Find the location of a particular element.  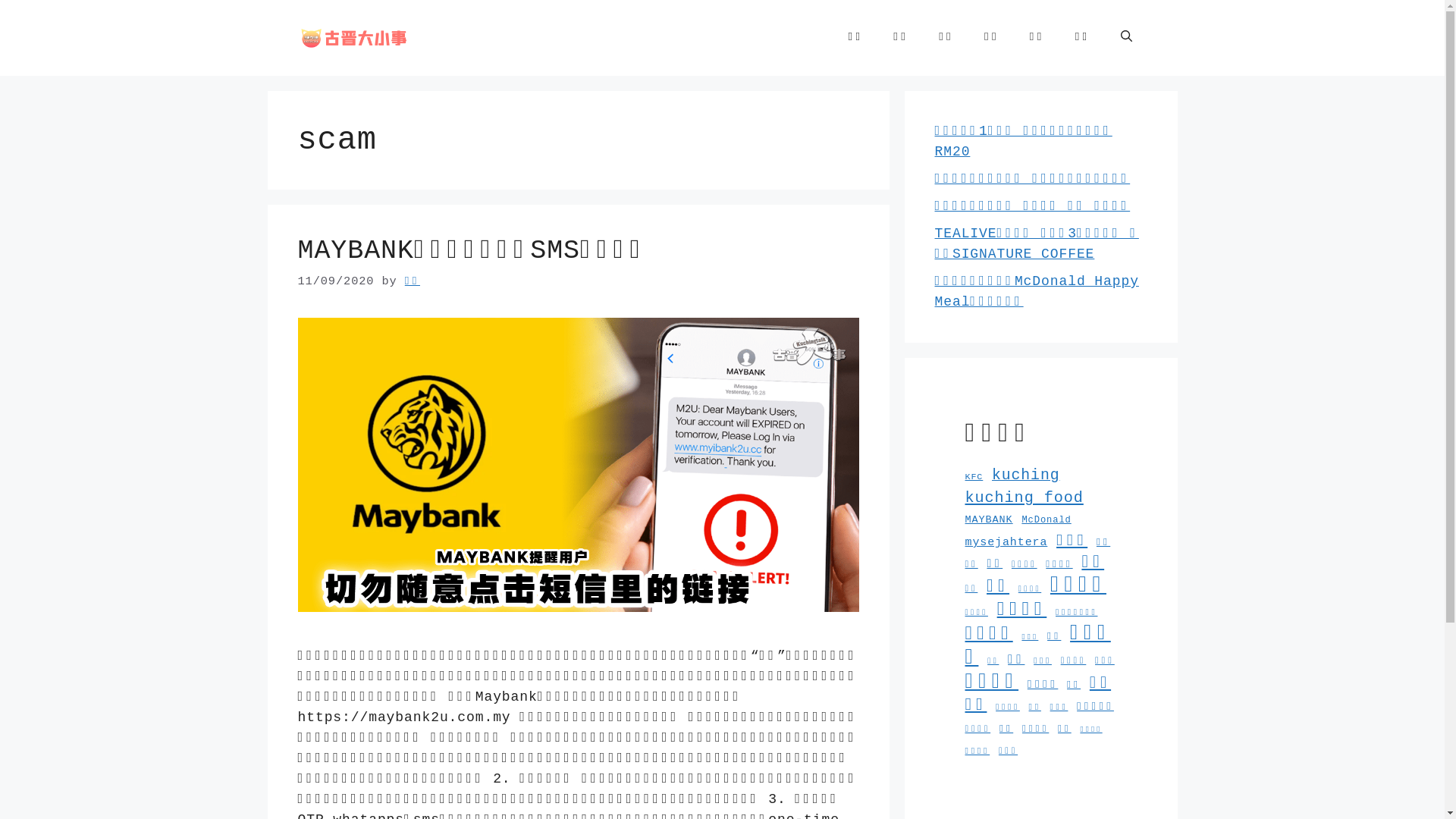

'MAYBANK' is located at coordinates (988, 519).